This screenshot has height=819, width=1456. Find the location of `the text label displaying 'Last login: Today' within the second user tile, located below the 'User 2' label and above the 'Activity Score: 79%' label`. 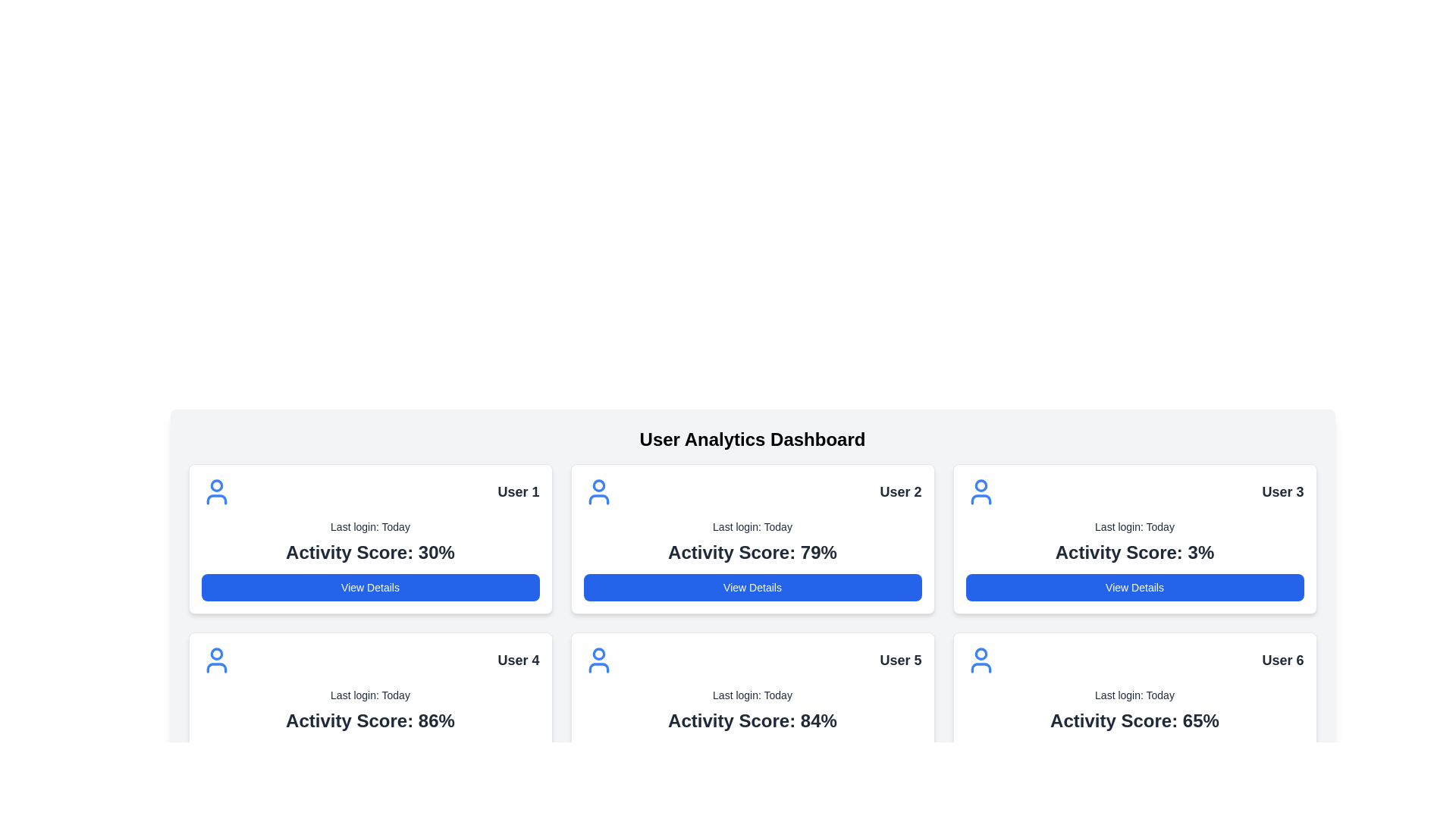

the text label displaying 'Last login: Today' within the second user tile, located below the 'User 2' label and above the 'Activity Score: 79%' label is located at coordinates (752, 526).